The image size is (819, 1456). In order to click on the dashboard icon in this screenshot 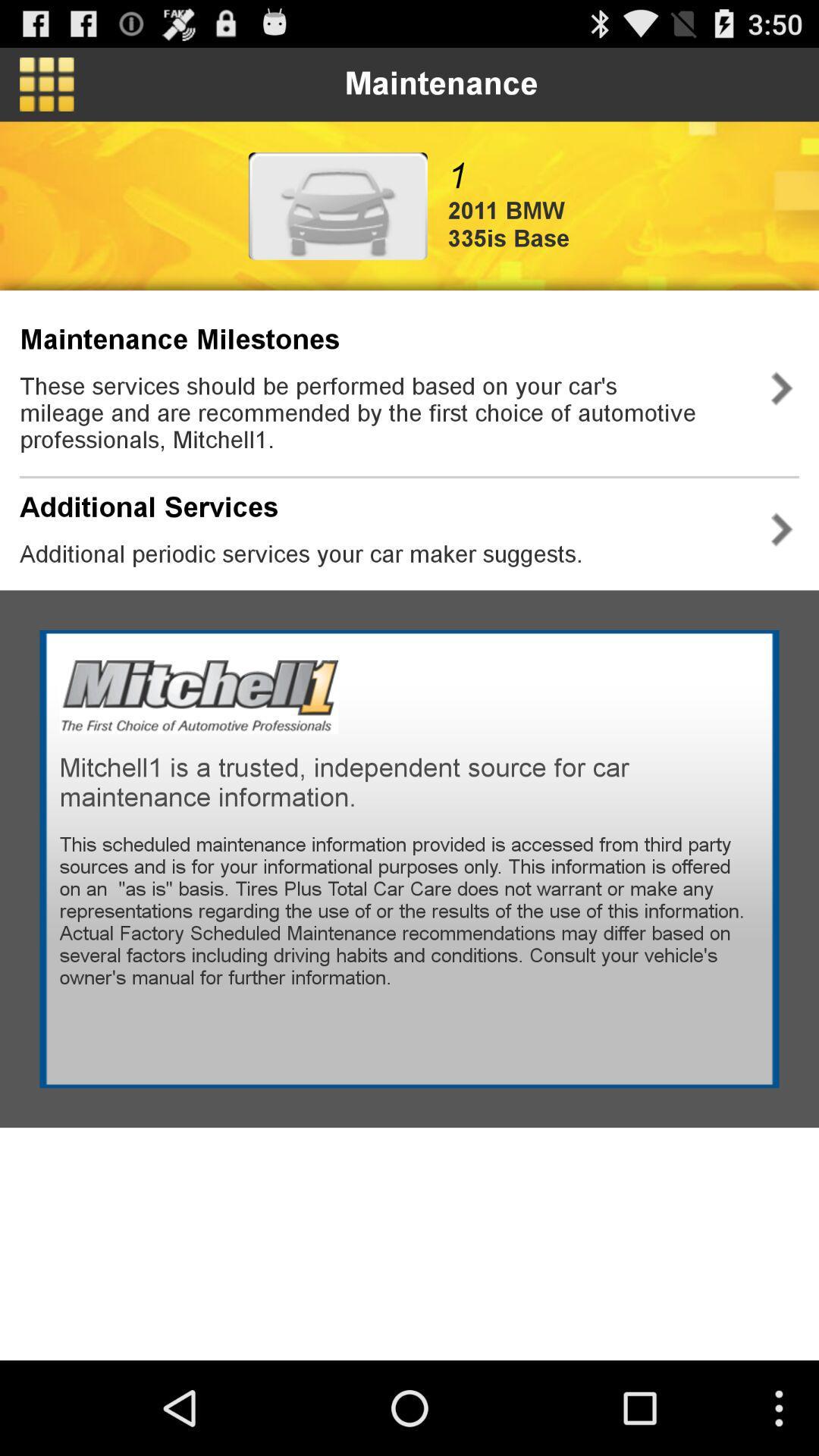, I will do `click(45, 89)`.